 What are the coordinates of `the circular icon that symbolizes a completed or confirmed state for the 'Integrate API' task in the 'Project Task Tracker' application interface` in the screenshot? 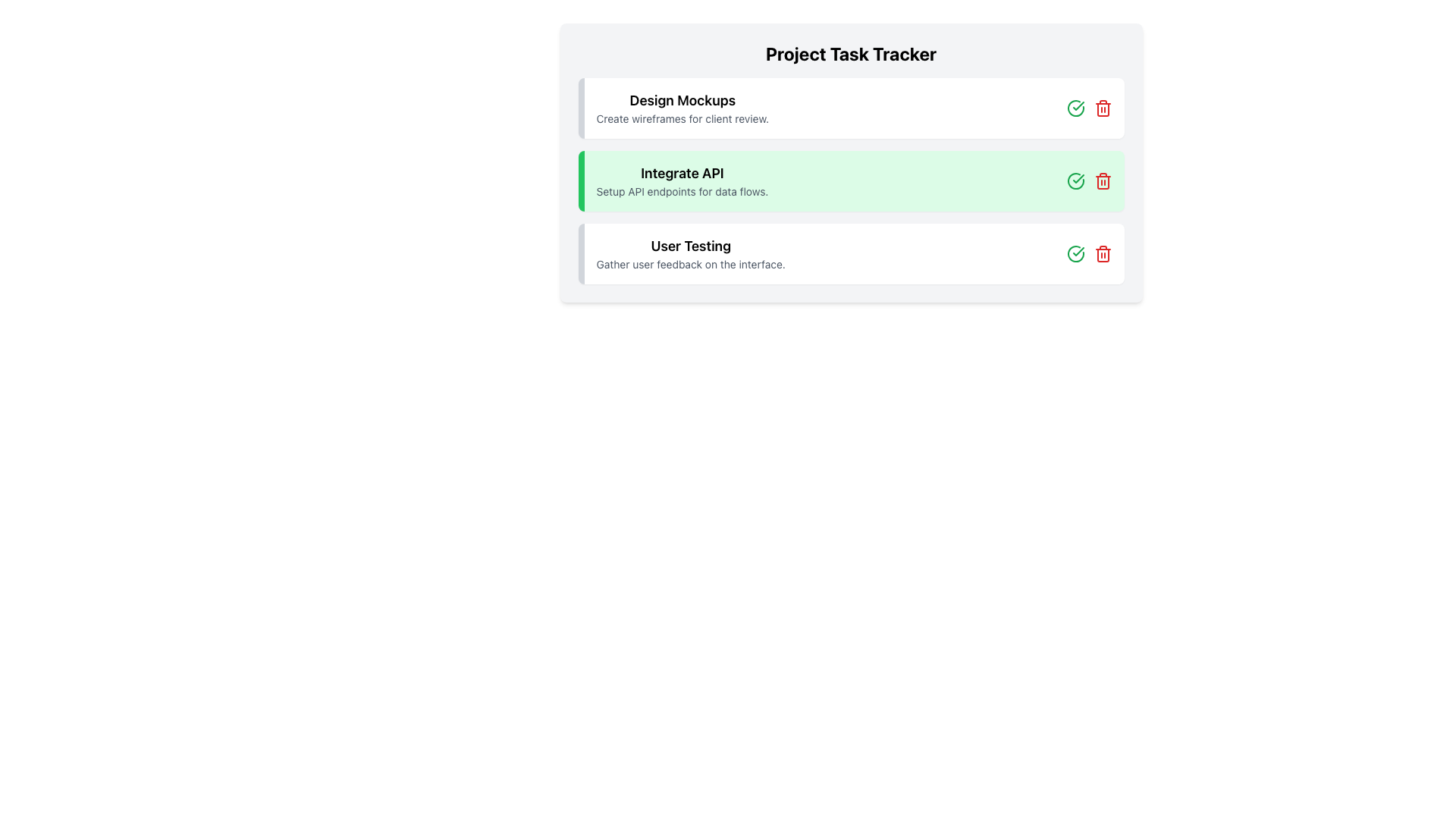 It's located at (1077, 177).